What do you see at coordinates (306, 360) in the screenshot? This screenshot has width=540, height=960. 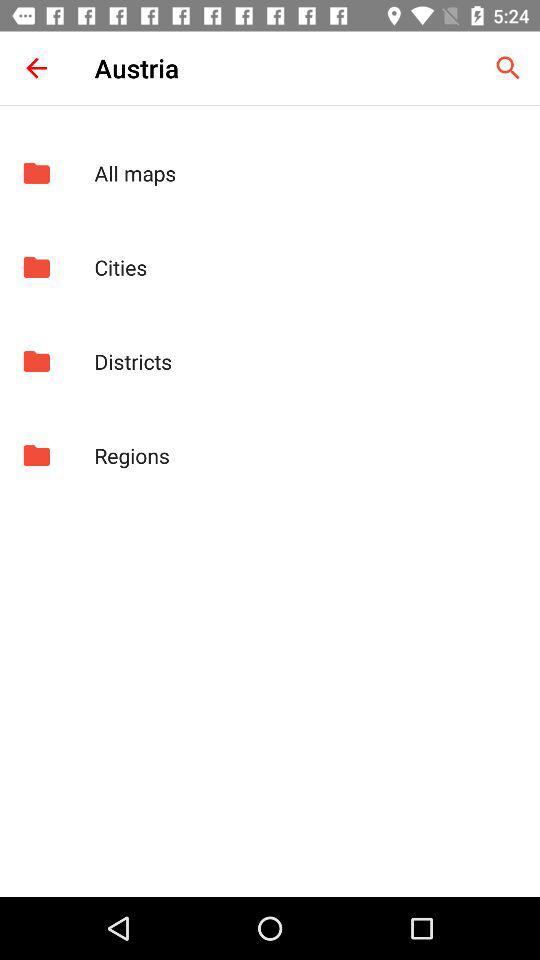 I see `the icon above regions icon` at bounding box center [306, 360].